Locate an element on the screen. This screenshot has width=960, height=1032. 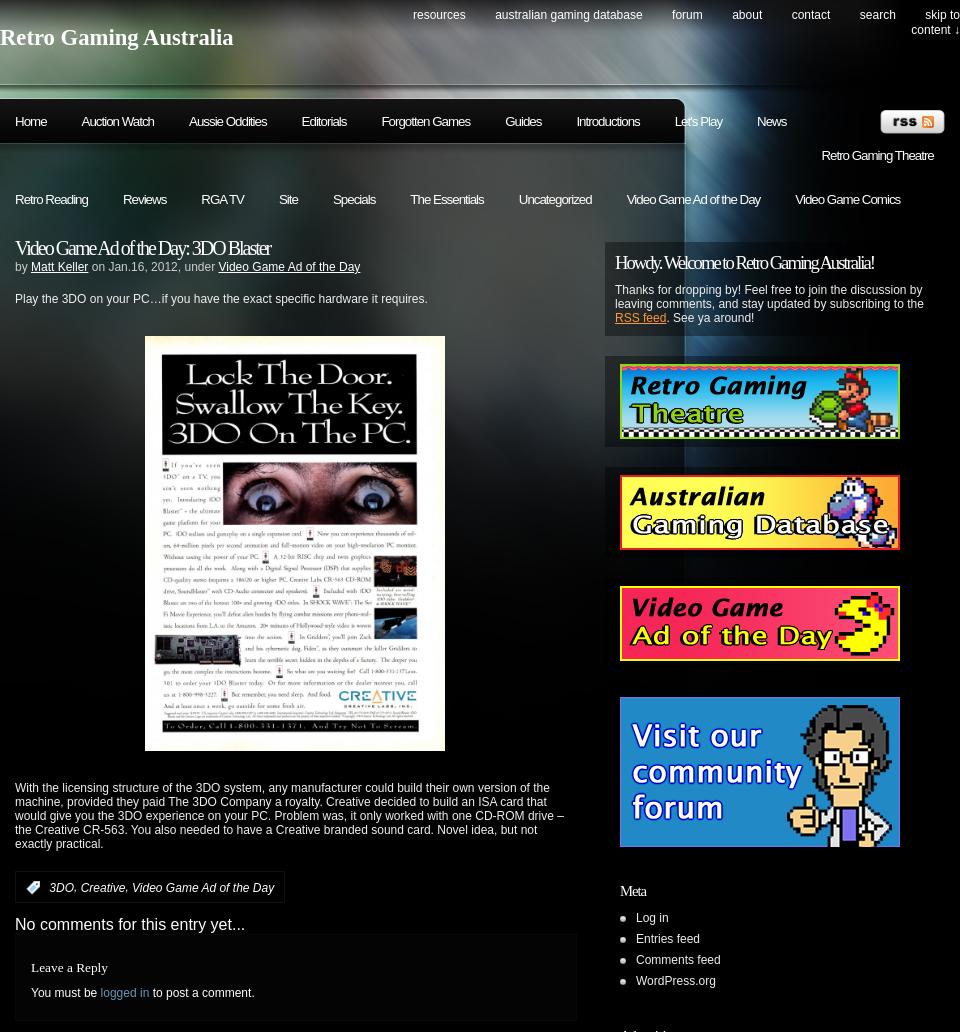
'. See ya around!' is located at coordinates (710, 317).